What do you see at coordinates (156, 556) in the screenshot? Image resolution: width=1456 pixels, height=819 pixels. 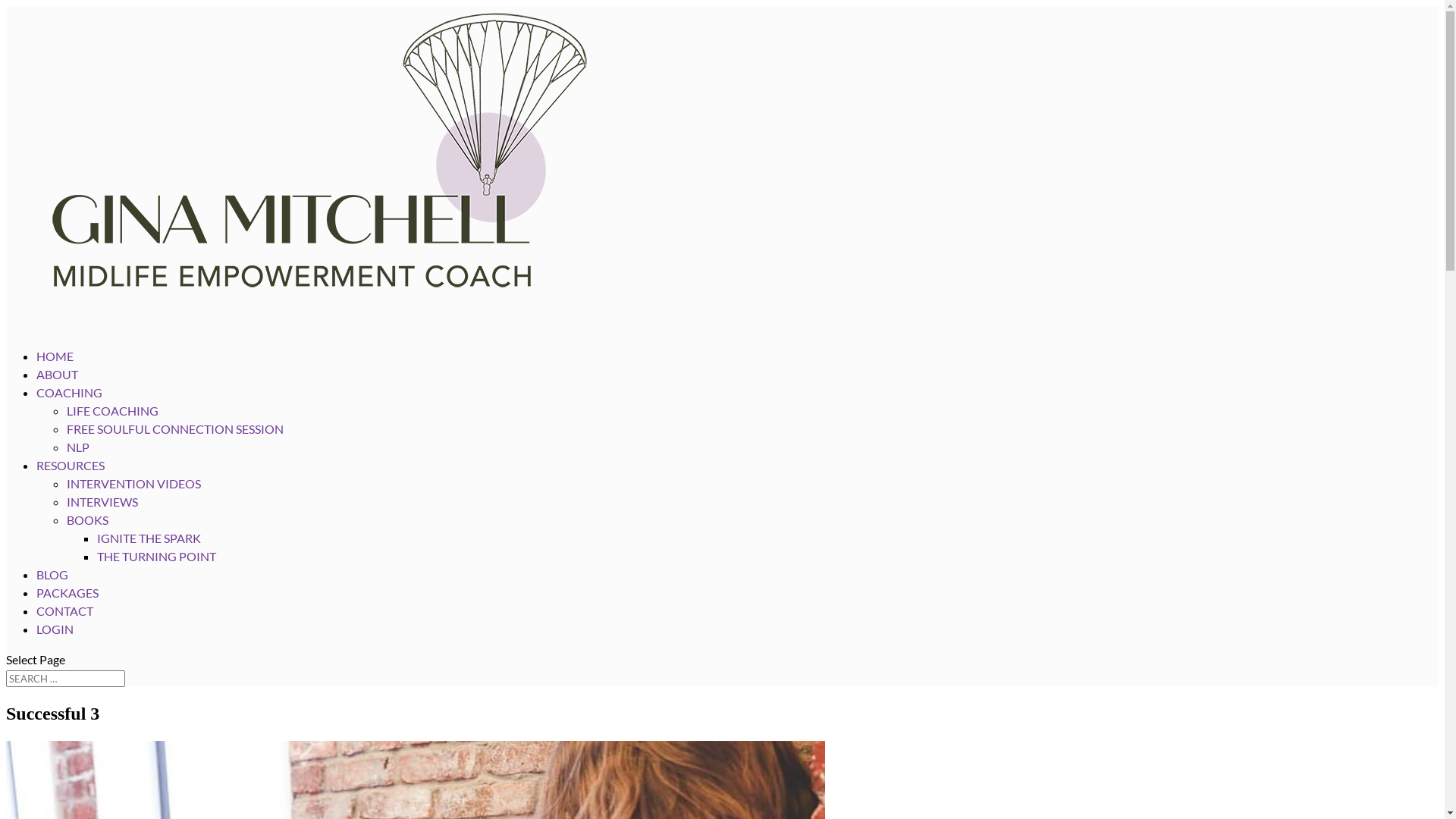 I see `'THE TURNING POINT'` at bounding box center [156, 556].